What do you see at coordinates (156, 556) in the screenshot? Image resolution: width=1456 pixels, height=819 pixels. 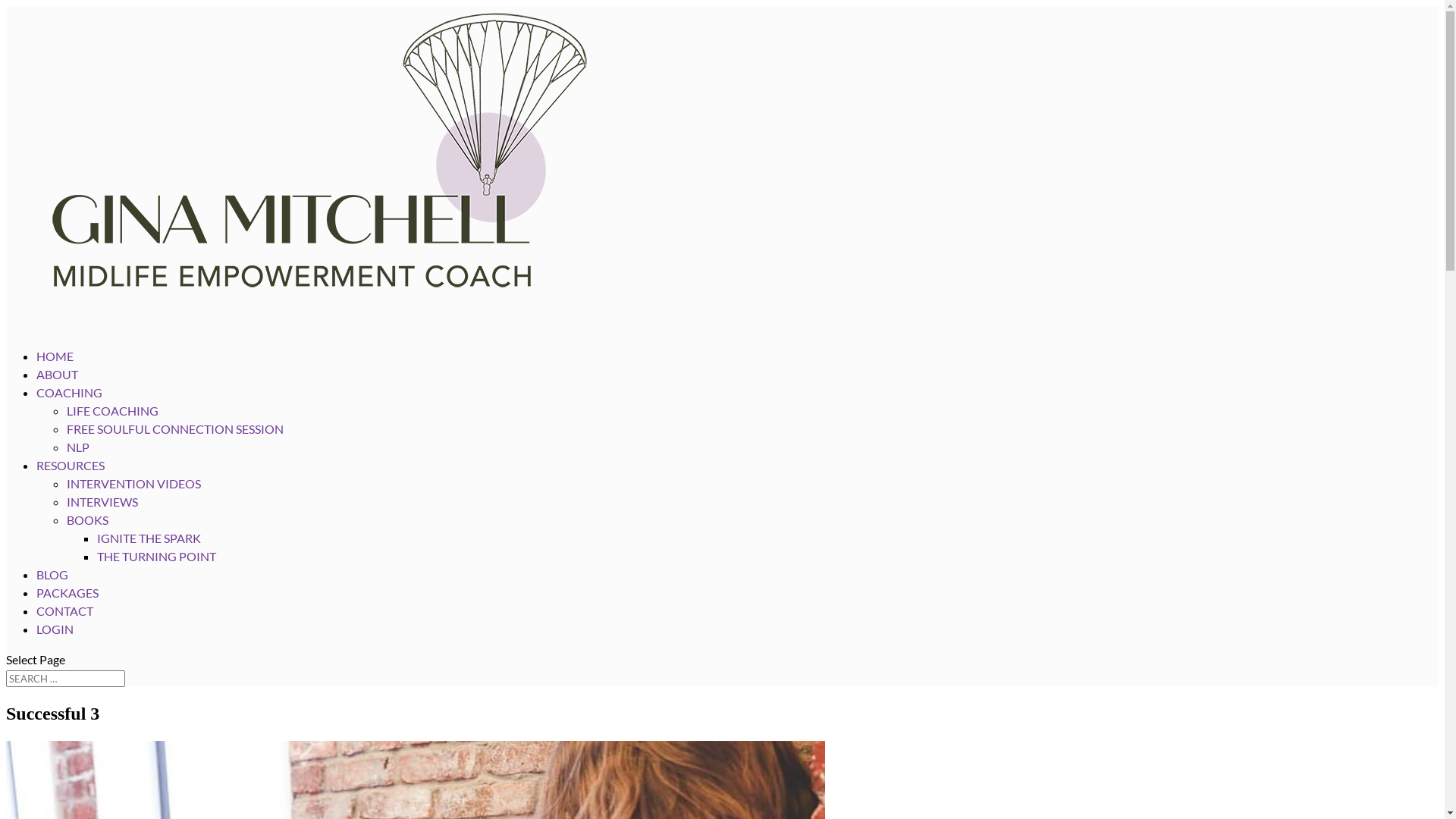 I see `'THE TURNING POINT'` at bounding box center [156, 556].